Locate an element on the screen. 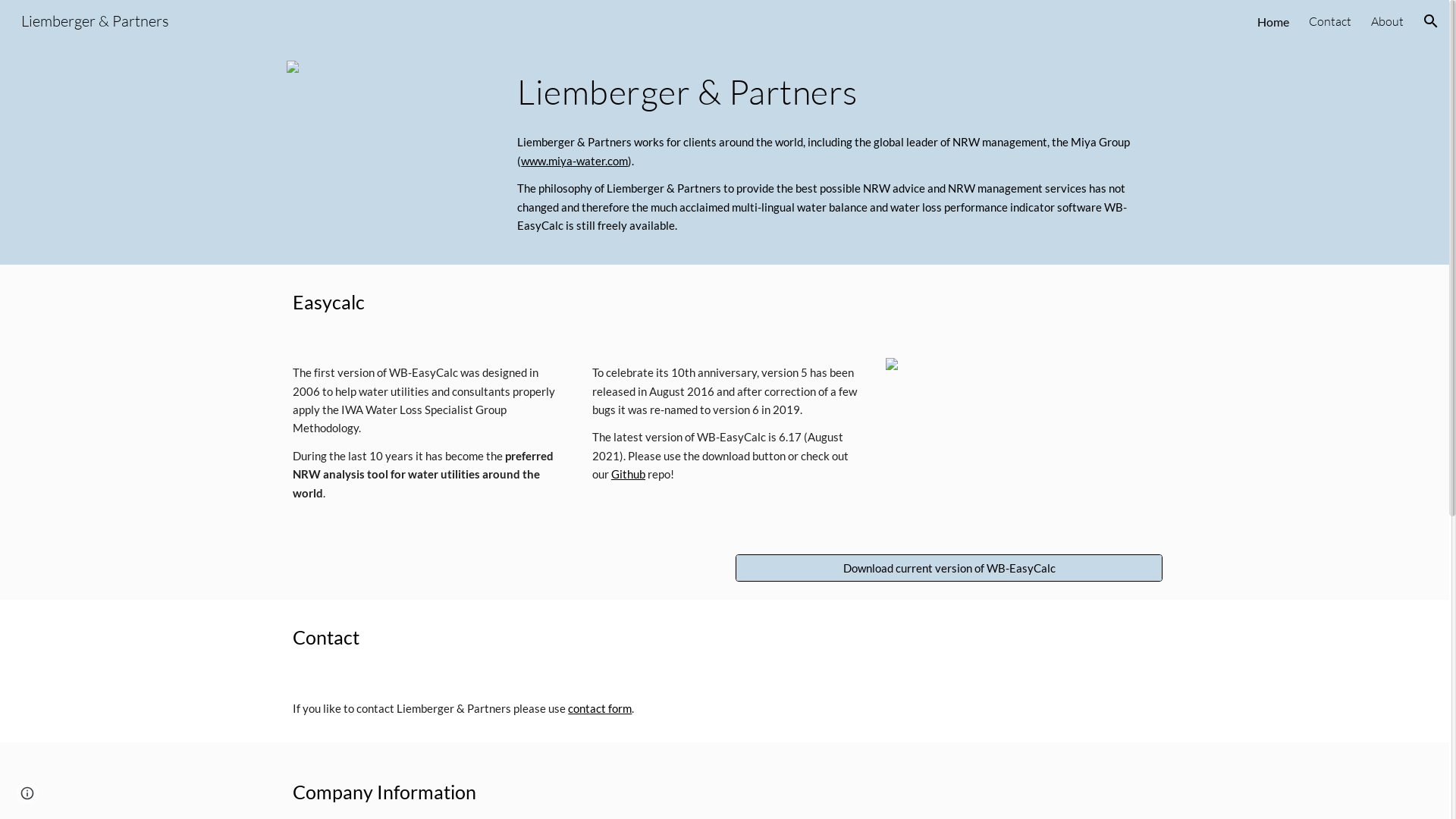 This screenshot has height=819, width=1456. 'Liemberger & Partners' is located at coordinates (94, 19).